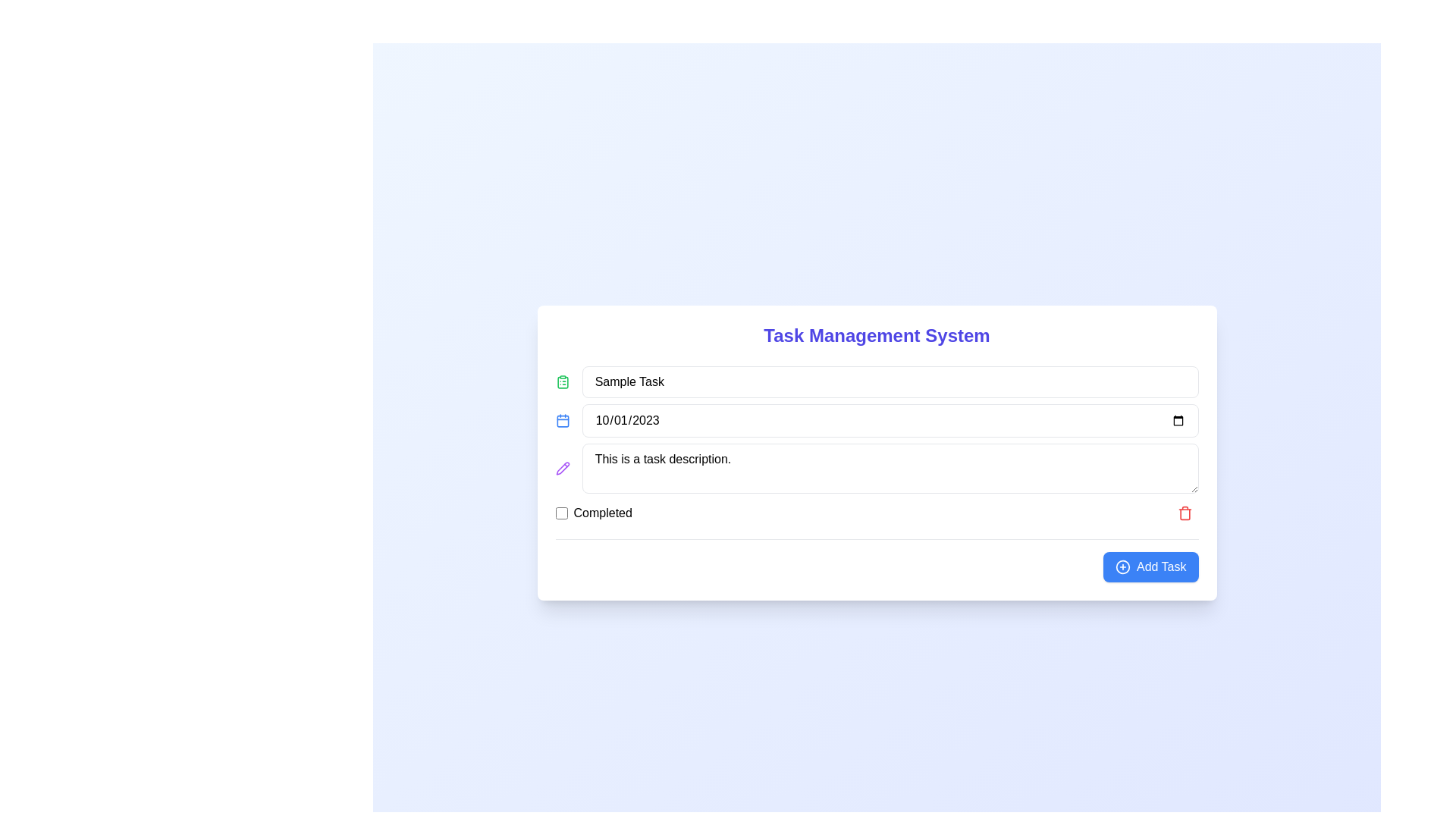 The width and height of the screenshot is (1456, 819). Describe the element at coordinates (560, 512) in the screenshot. I see `the square-shaped checkbox with a gray border and green checkmark` at that location.